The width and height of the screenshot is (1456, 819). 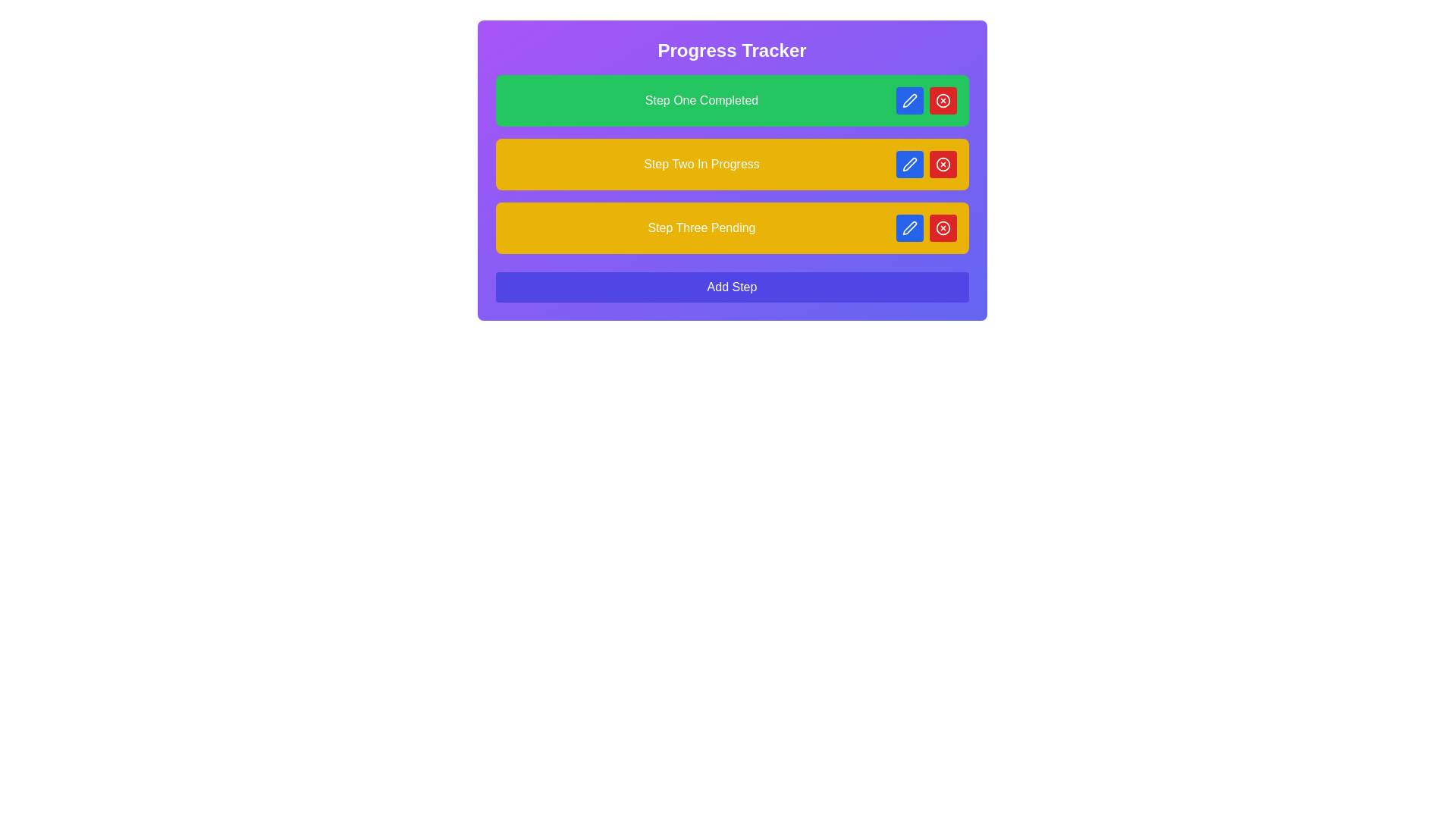 What do you see at coordinates (701, 164) in the screenshot?
I see `the 'Step Two In Progress' text label displayed in white color on a yellow rectangular background within the progress tracker interface` at bounding box center [701, 164].